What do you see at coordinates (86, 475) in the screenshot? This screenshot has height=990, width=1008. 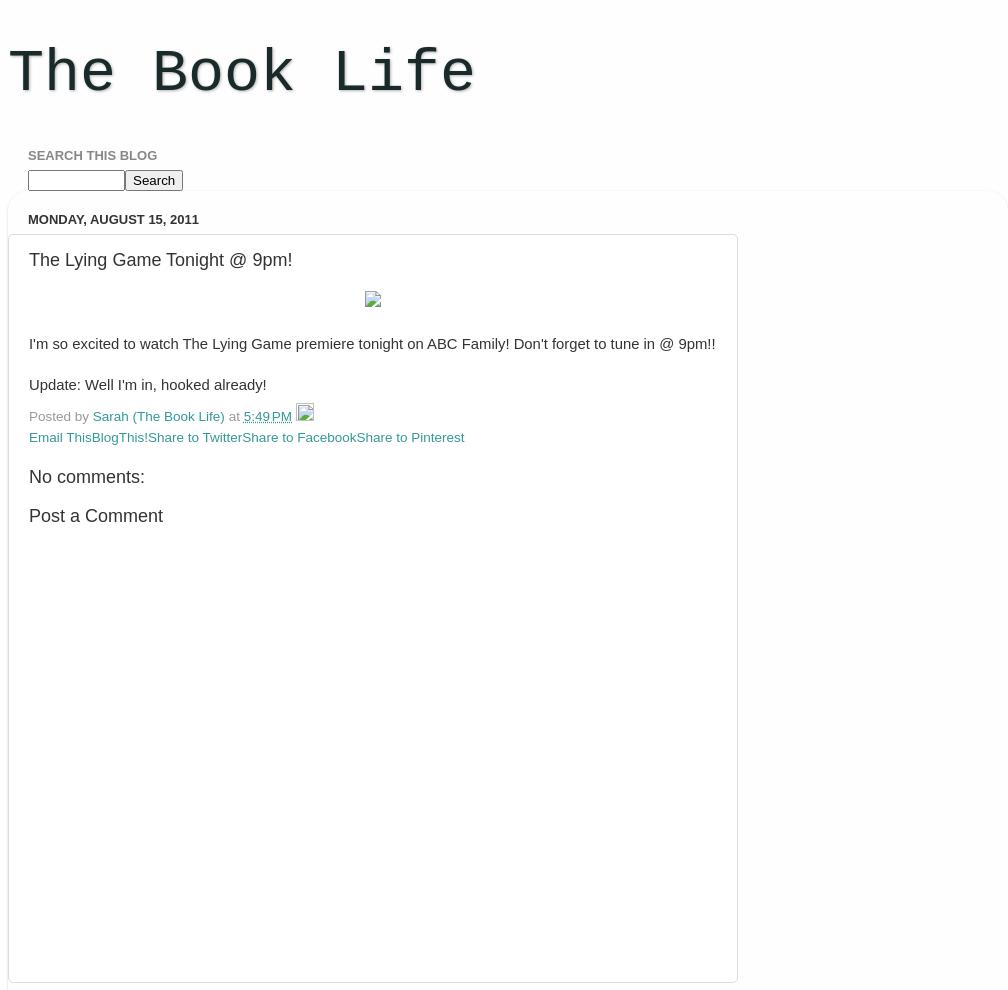 I see `'No comments:'` at bounding box center [86, 475].